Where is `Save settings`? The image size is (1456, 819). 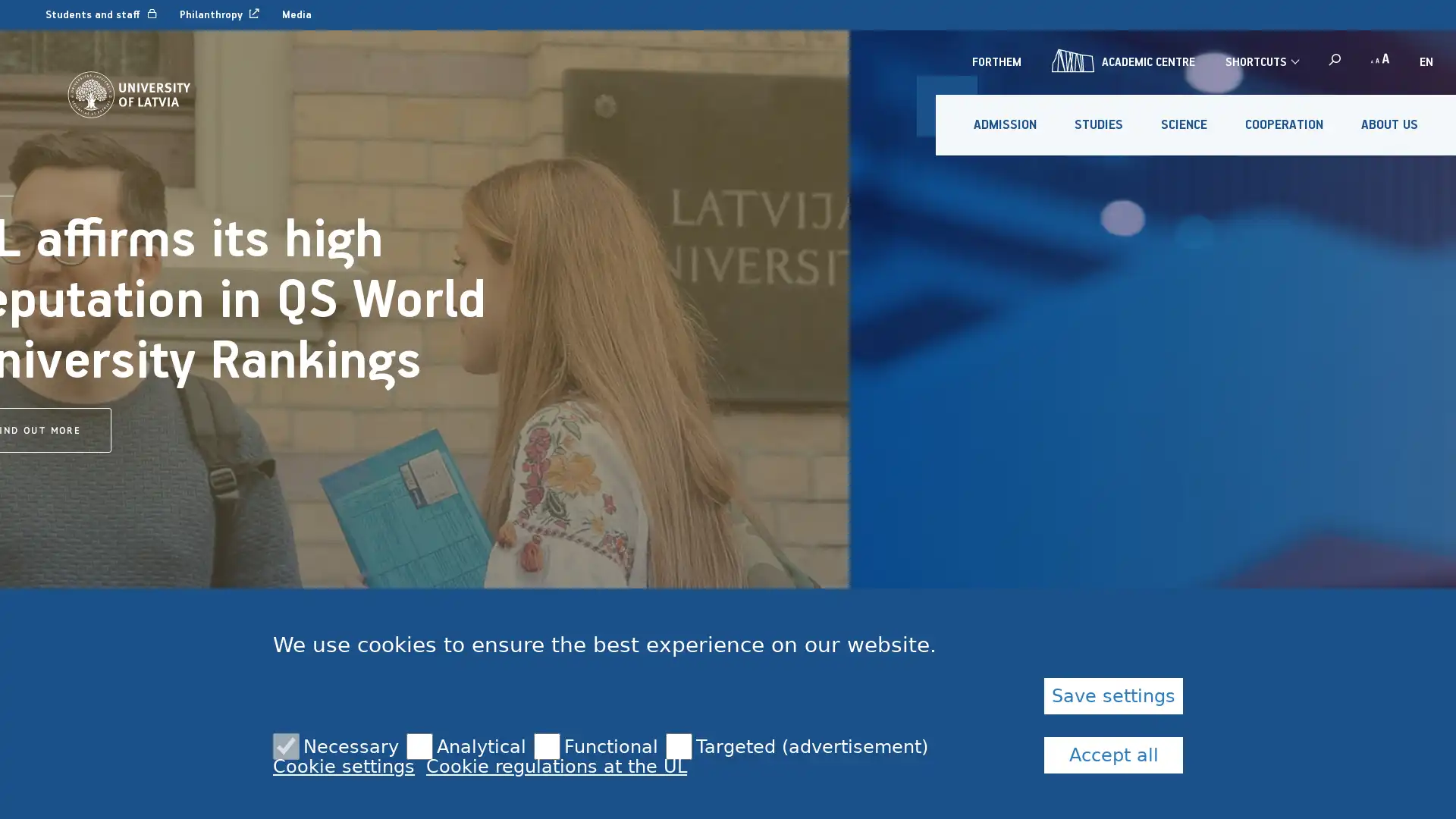
Save settings is located at coordinates (1113, 696).